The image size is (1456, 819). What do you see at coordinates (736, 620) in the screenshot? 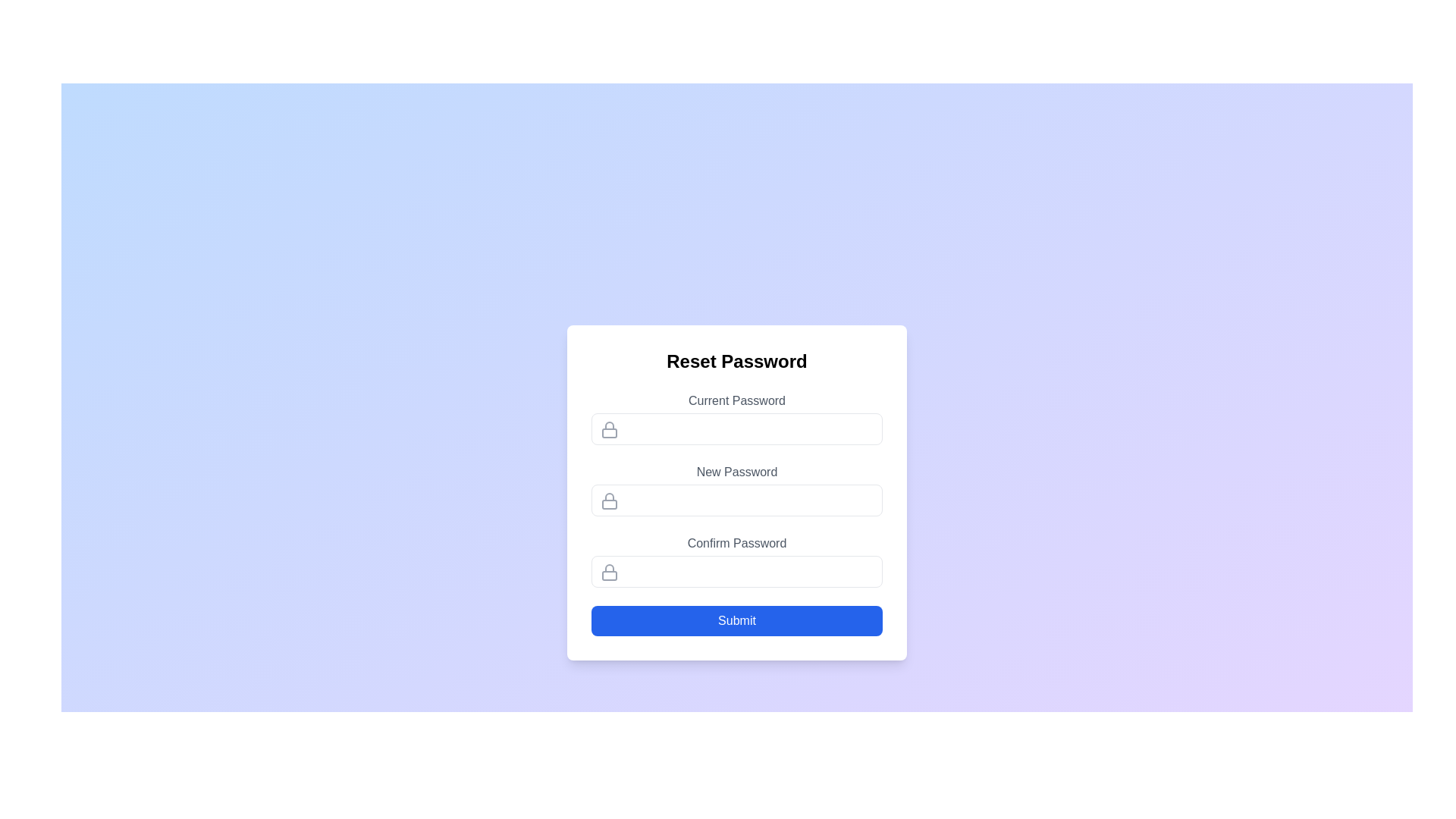
I see `the blue 'Submit' button with white text at the bottom of the 'Reset Password' dialogue box` at bounding box center [736, 620].